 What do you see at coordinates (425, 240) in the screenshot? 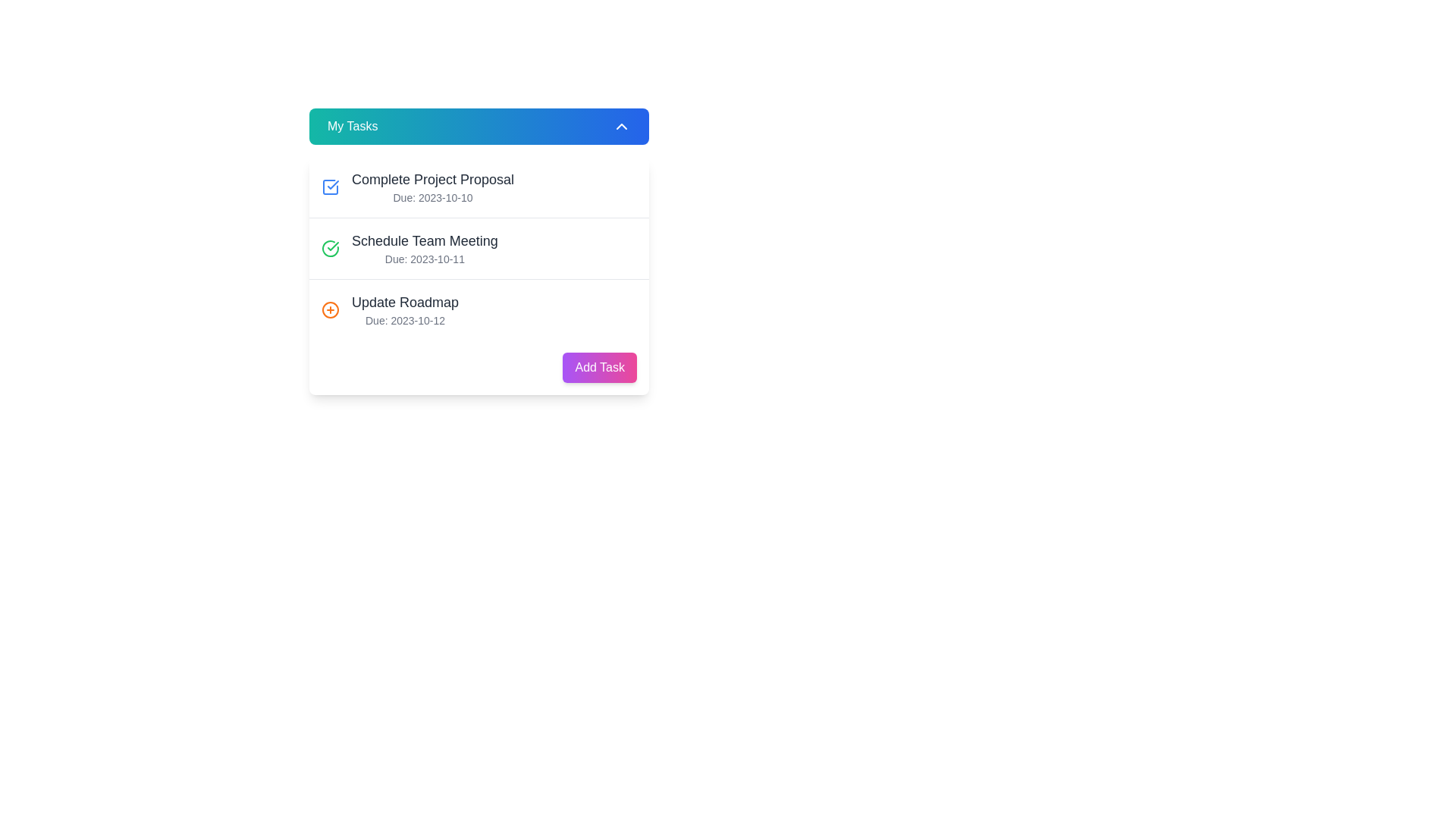
I see `the text label representing the title of the second task in the to-do list, which is positioned between 'Complete Project Proposal' and 'Update Roadmap'` at bounding box center [425, 240].